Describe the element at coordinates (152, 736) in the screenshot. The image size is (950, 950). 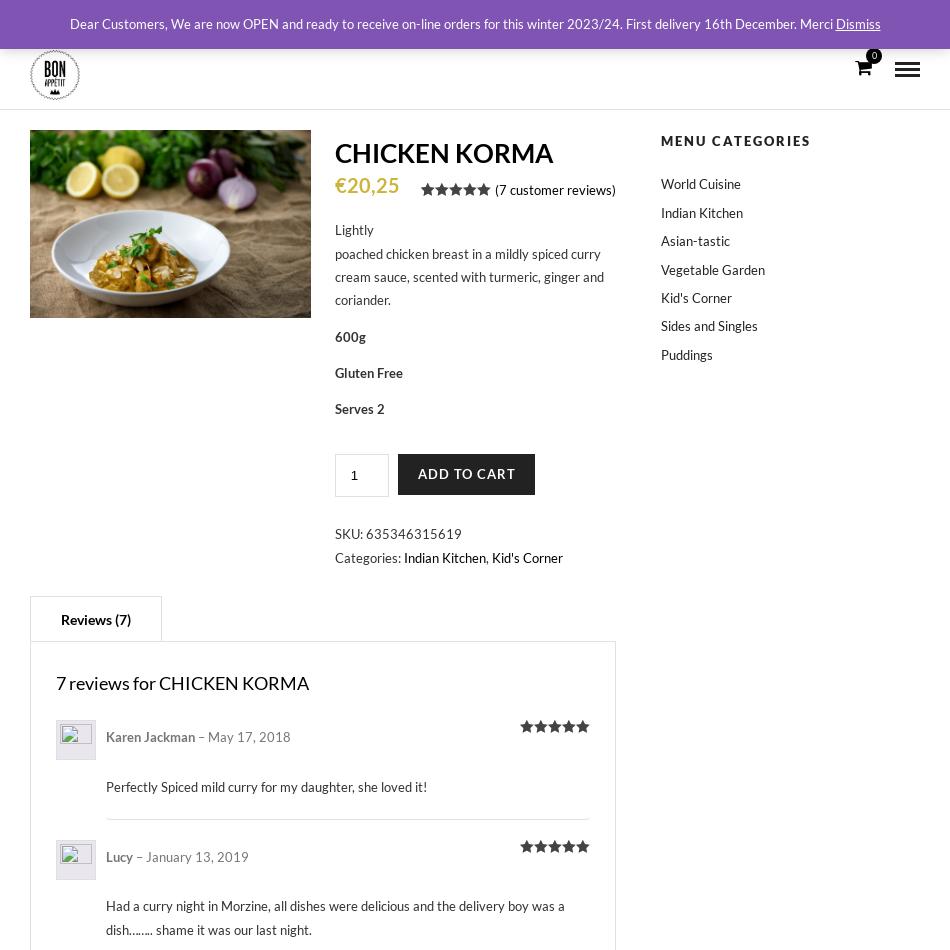
I see `'Karen Jackman'` at that location.